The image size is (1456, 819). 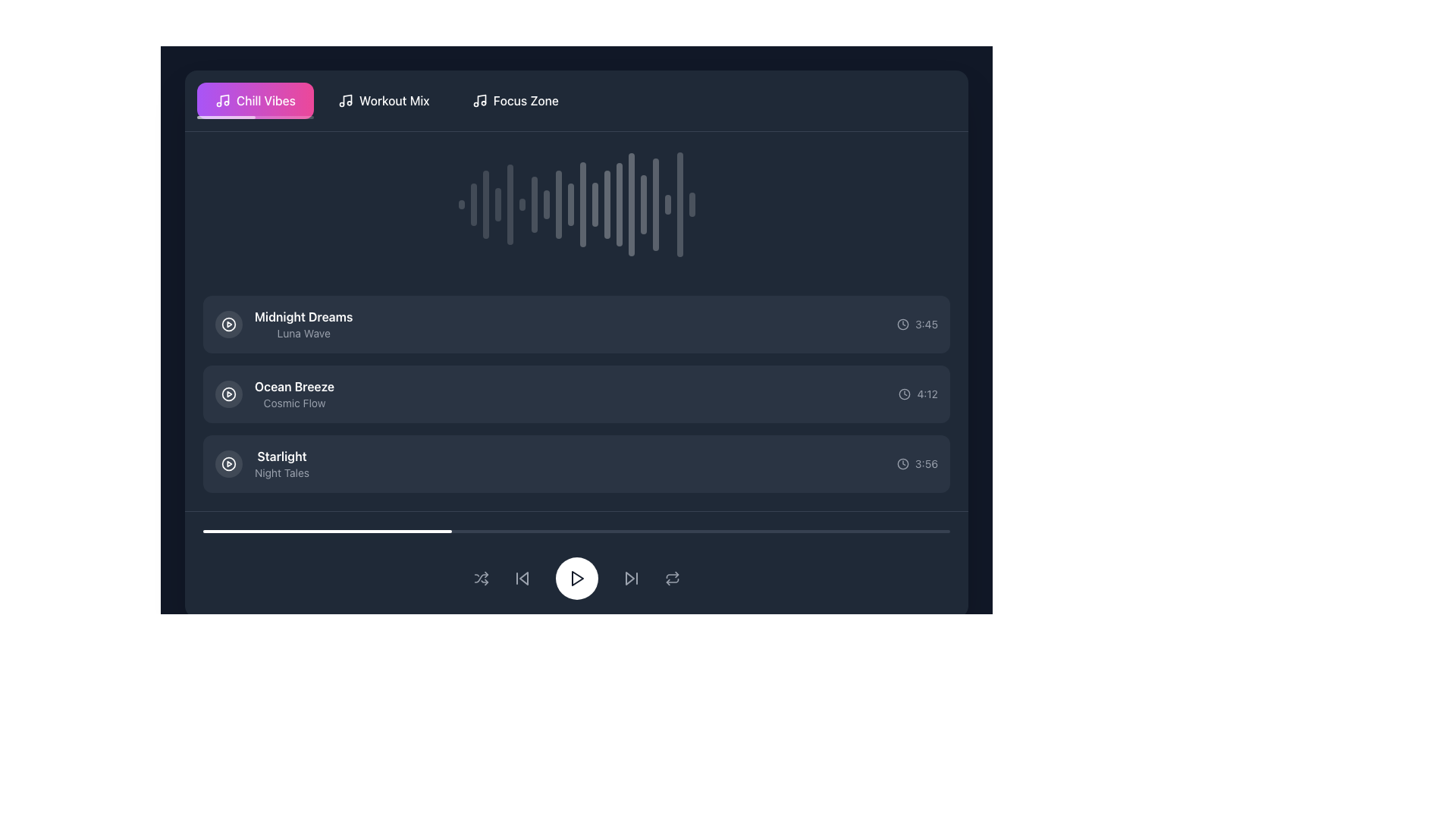 I want to click on the fourteenth vertical bar in the audio visualization component, which represents a specific beat or amplitude data point in the waveform, so click(x=619, y=205).